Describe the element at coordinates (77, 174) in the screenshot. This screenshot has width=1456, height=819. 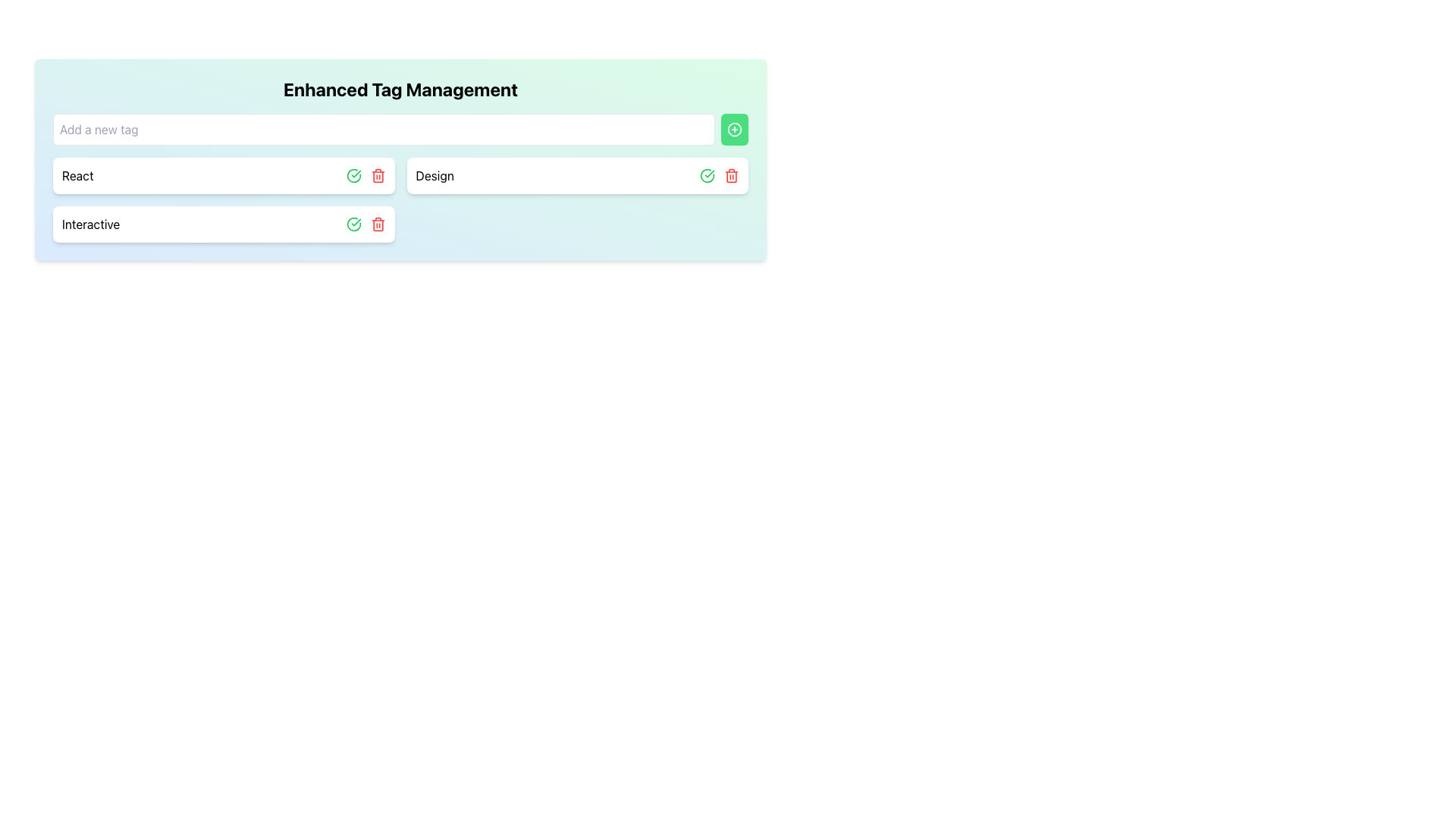
I see `the 'React' tag label, the first entry in the list of tags` at that location.